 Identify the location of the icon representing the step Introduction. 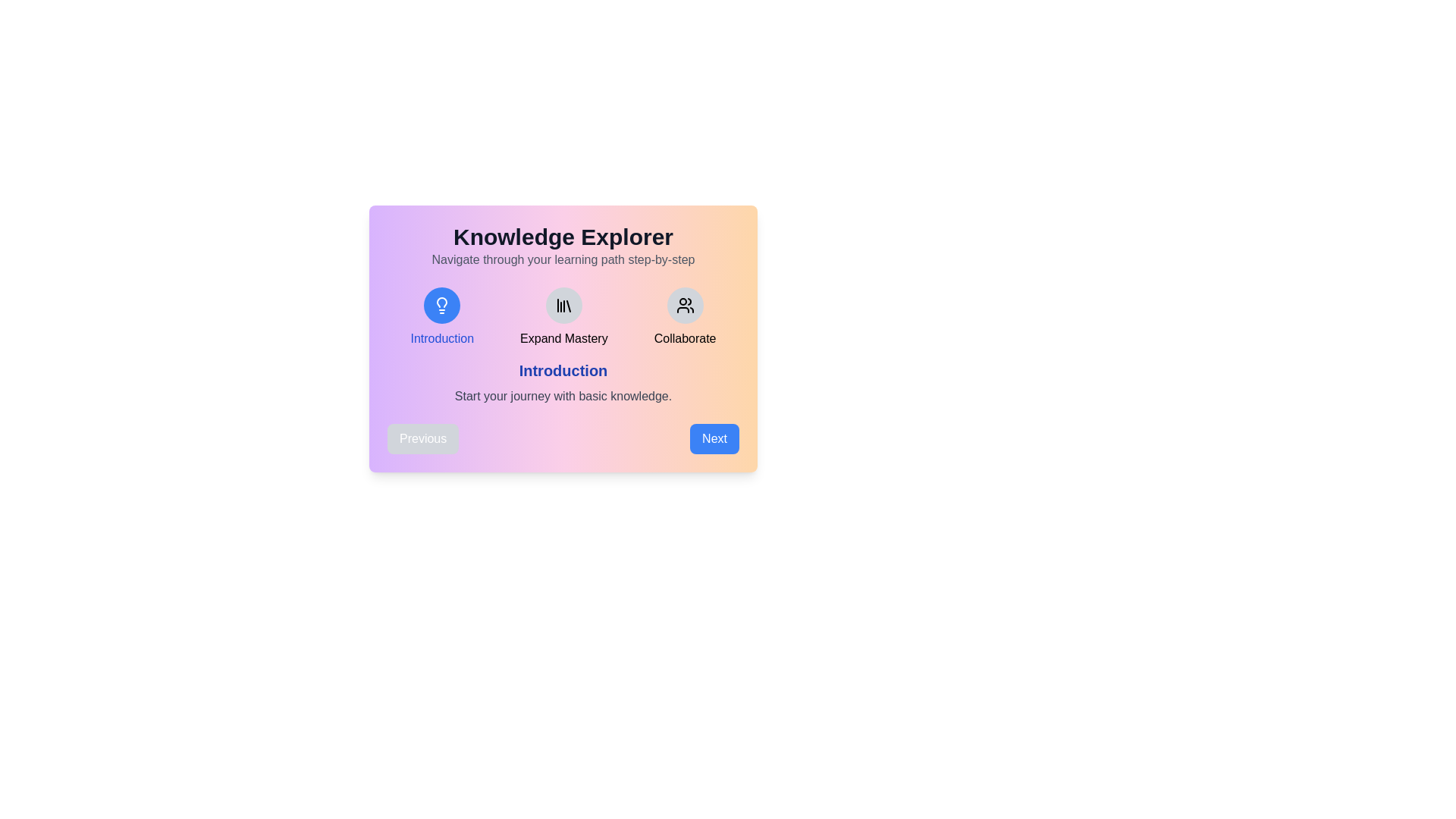
(441, 305).